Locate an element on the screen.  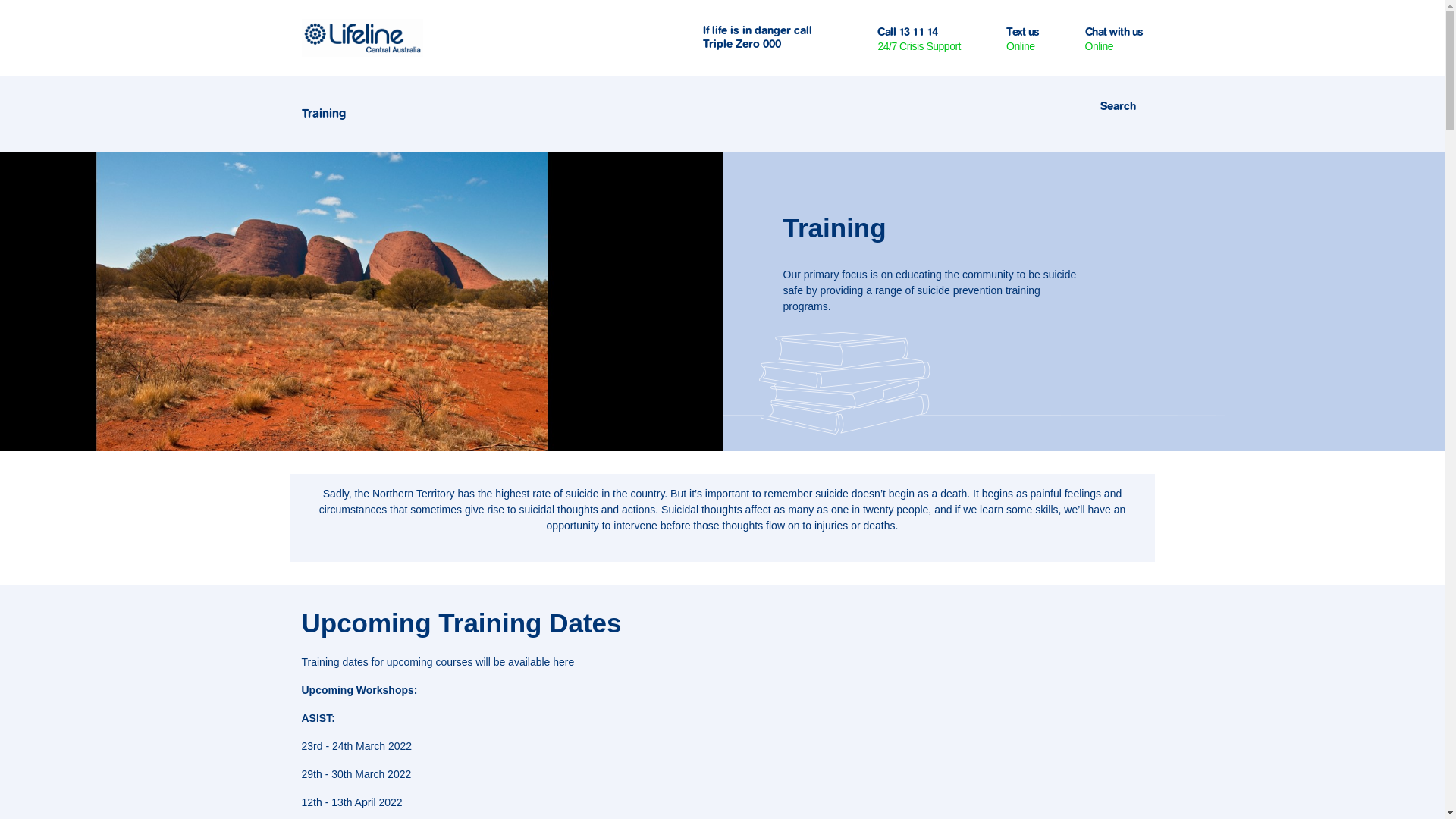
'Training' is located at coordinates (330, 113).